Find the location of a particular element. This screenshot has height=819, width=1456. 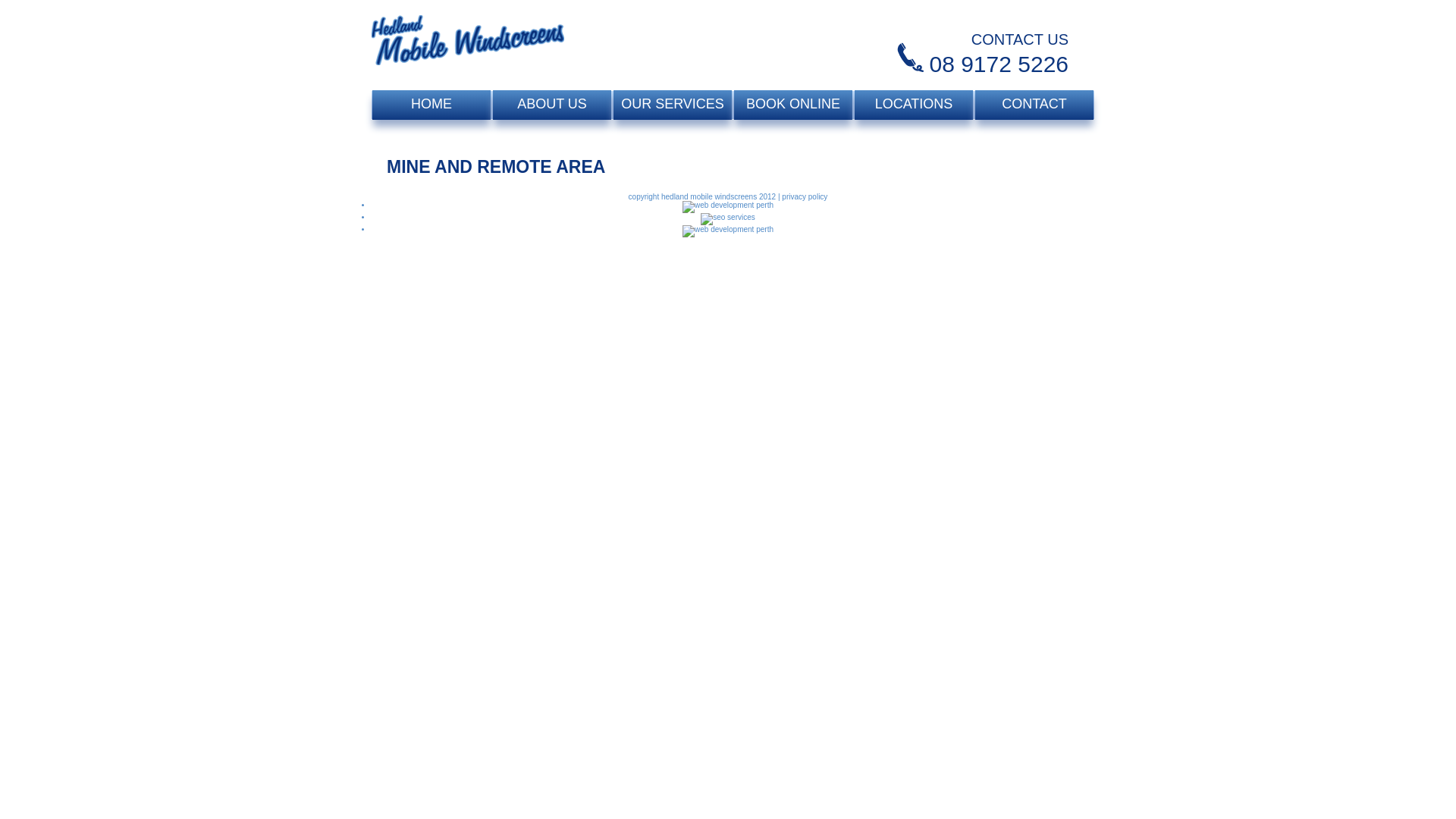

'privacy policy' is located at coordinates (803, 196).